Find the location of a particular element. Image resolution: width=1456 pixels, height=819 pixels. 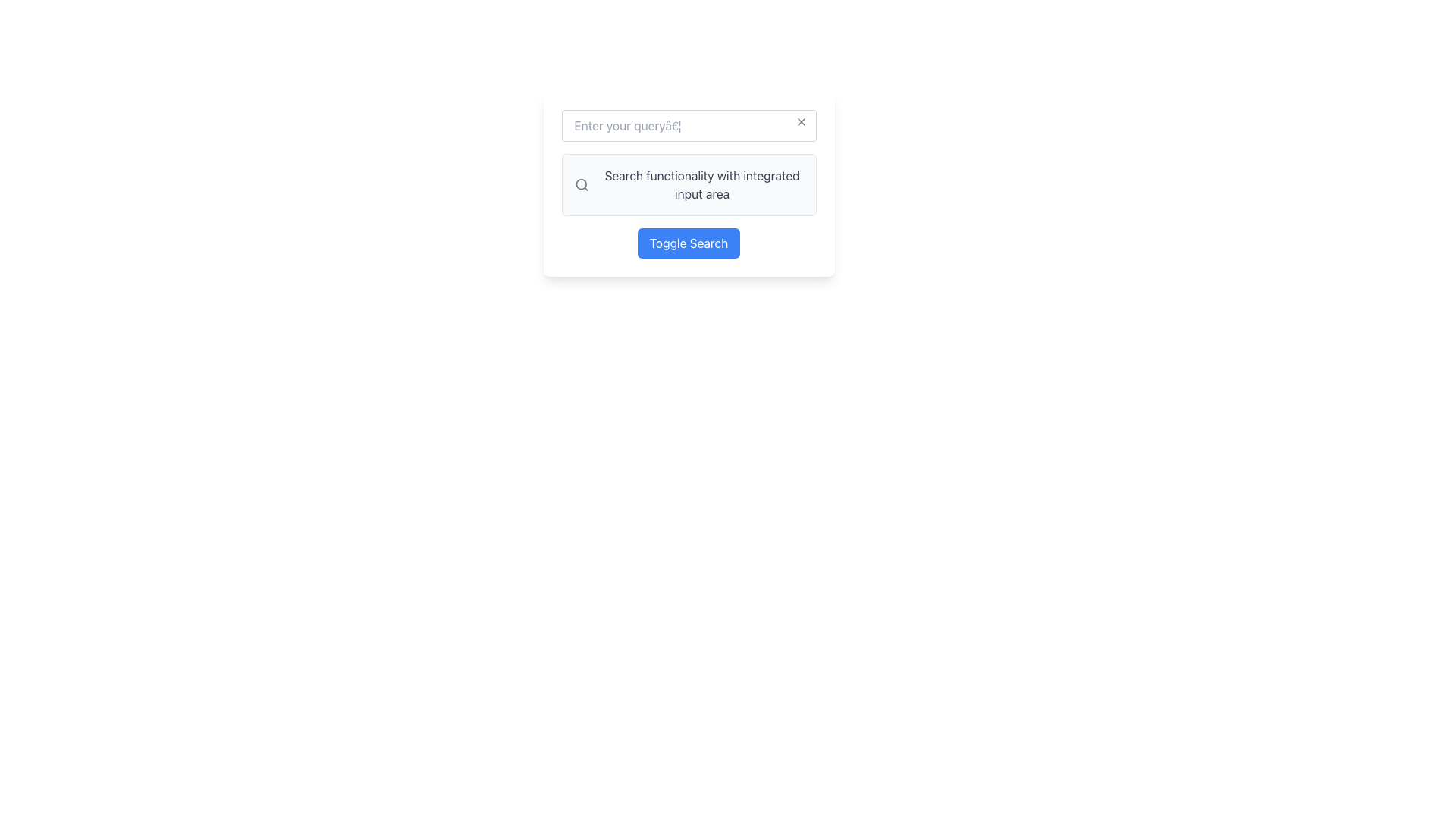

the search icon, represented by a magnifying glass shape, to initiate a search is located at coordinates (581, 184).